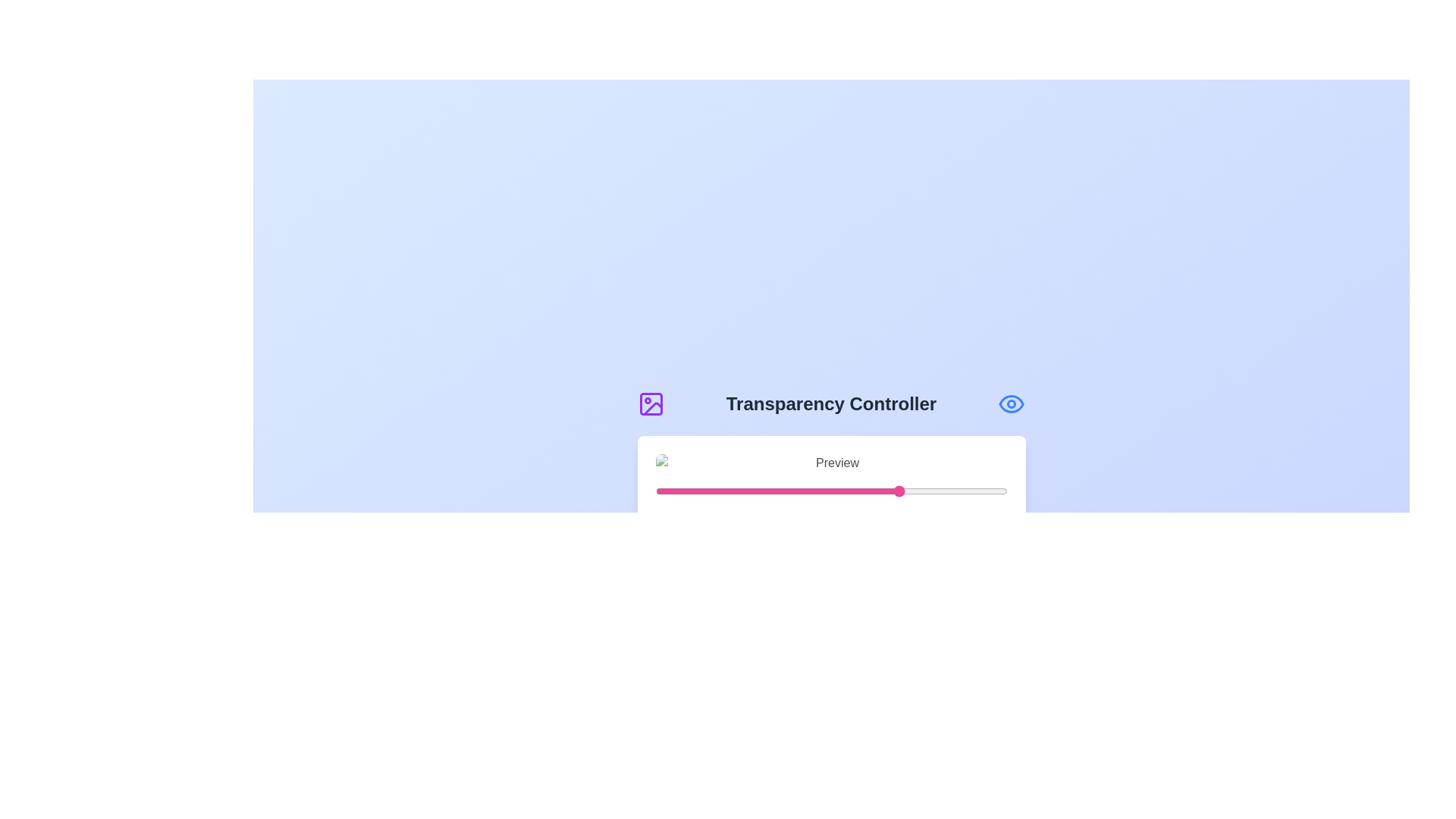 The width and height of the screenshot is (1456, 819). I want to click on the transparency slider to 72%, so click(908, 491).